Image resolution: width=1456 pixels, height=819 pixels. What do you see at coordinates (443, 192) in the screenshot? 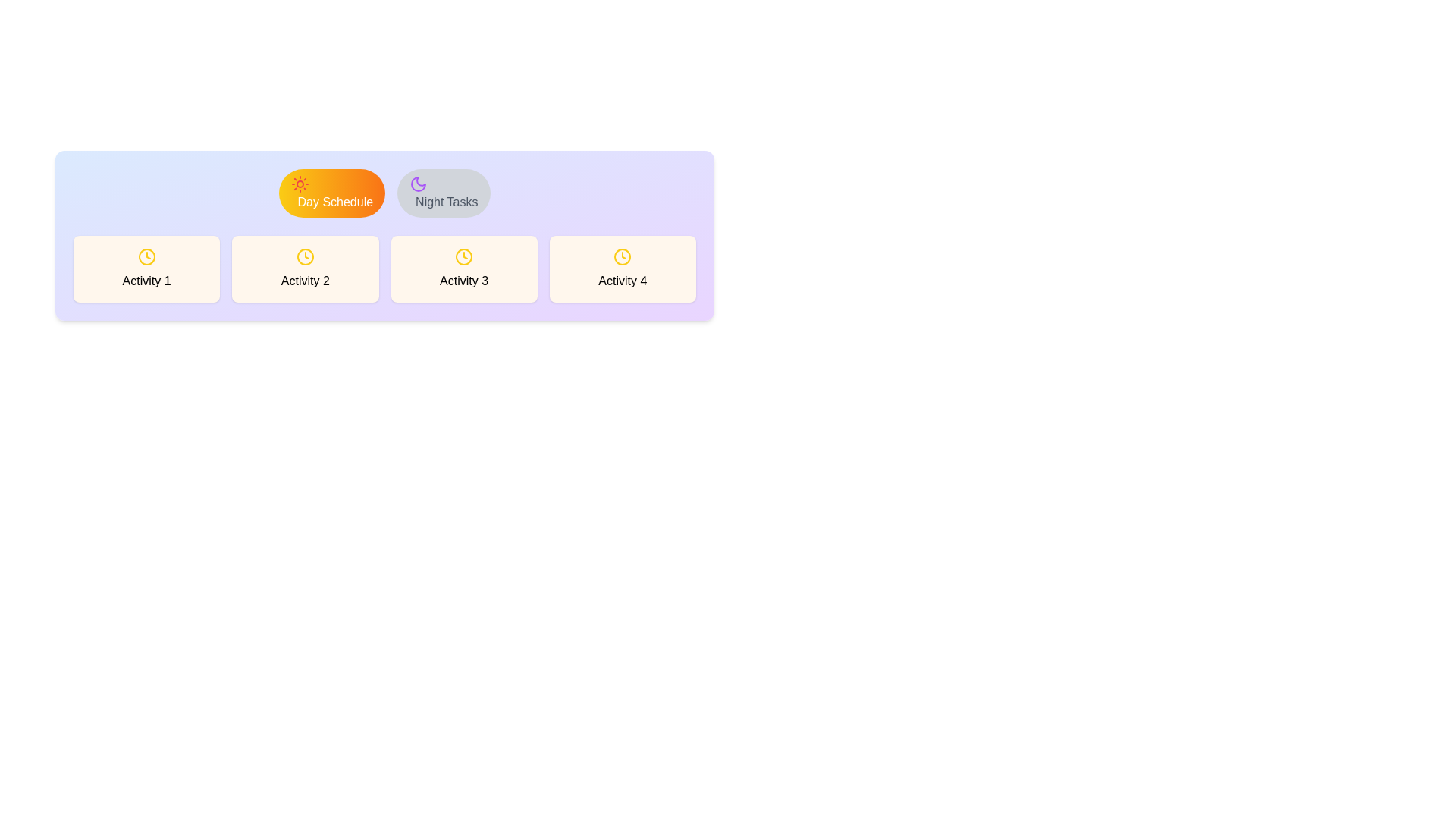
I see `the tab labeled Night Tasks` at bounding box center [443, 192].